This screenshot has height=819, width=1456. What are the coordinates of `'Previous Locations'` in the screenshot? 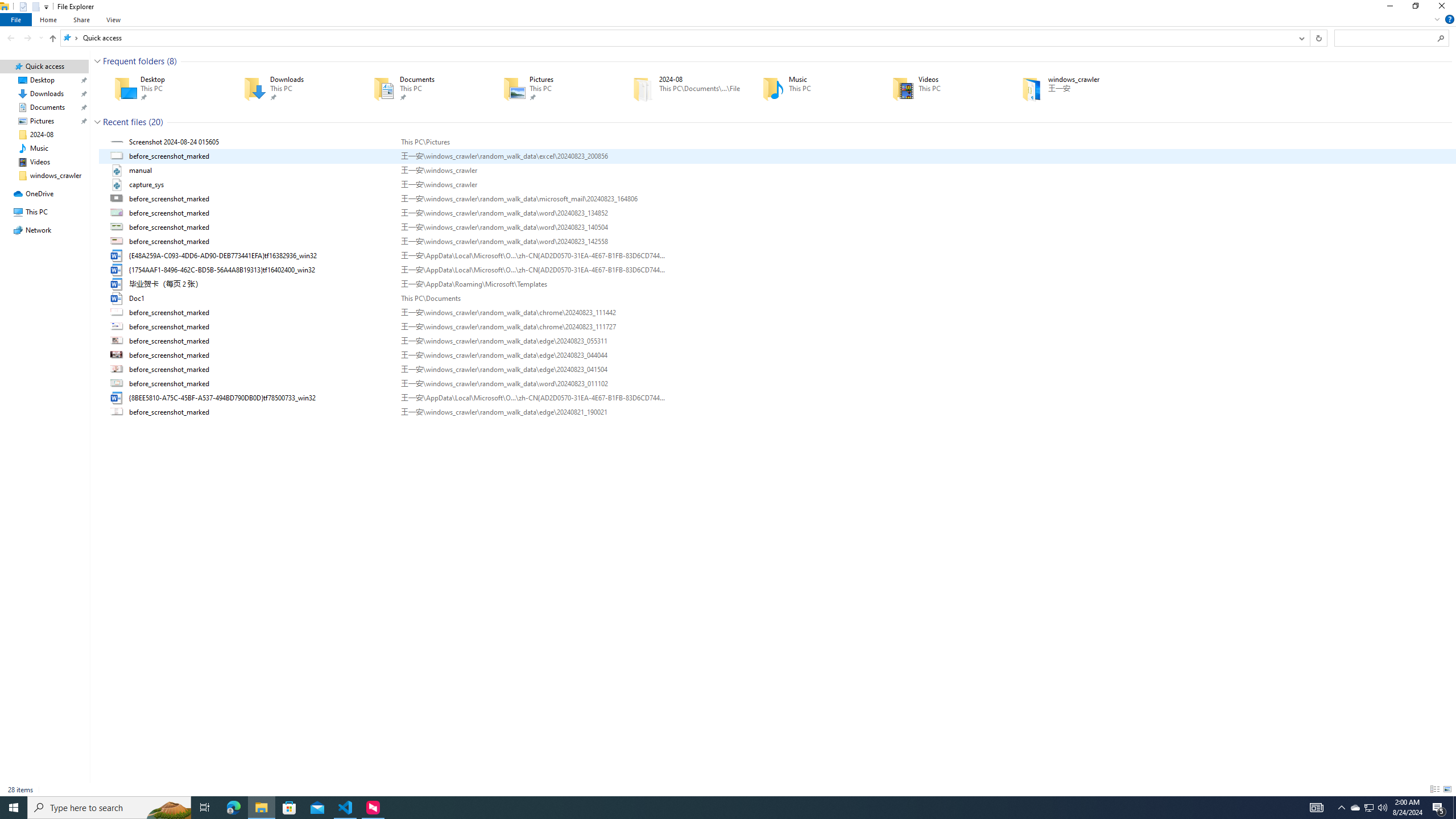 It's located at (1301, 37).